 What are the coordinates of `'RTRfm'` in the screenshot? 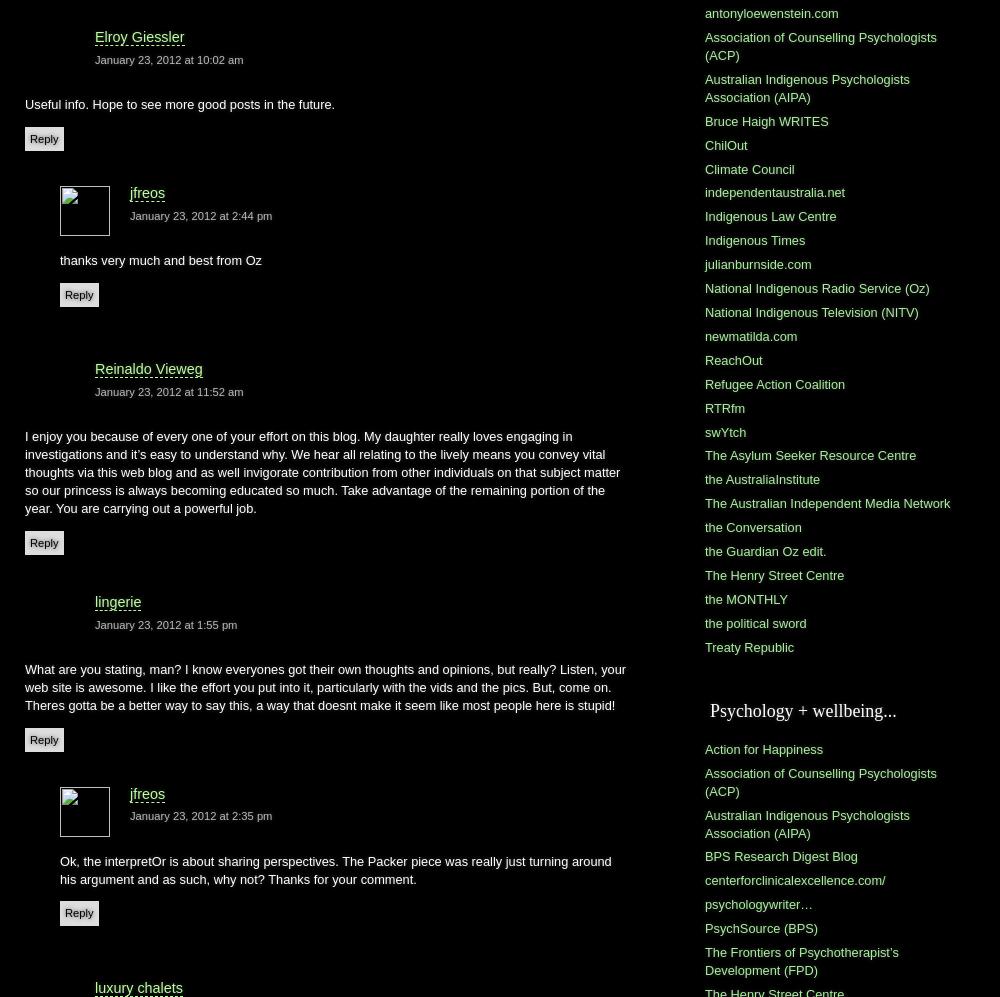 It's located at (704, 407).